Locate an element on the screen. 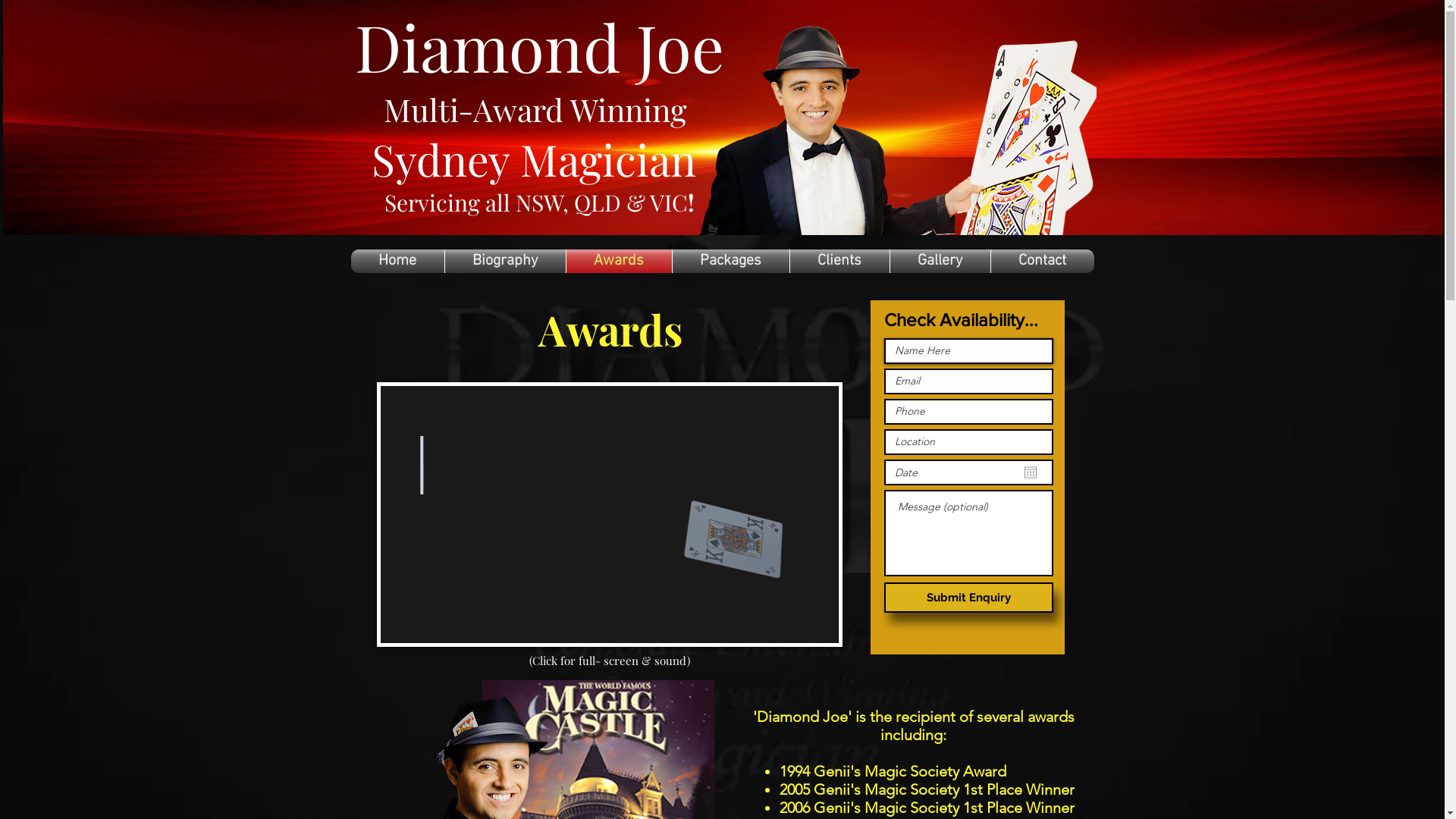 The width and height of the screenshot is (1456, 819). 'Gallery' is located at coordinates (939, 260).